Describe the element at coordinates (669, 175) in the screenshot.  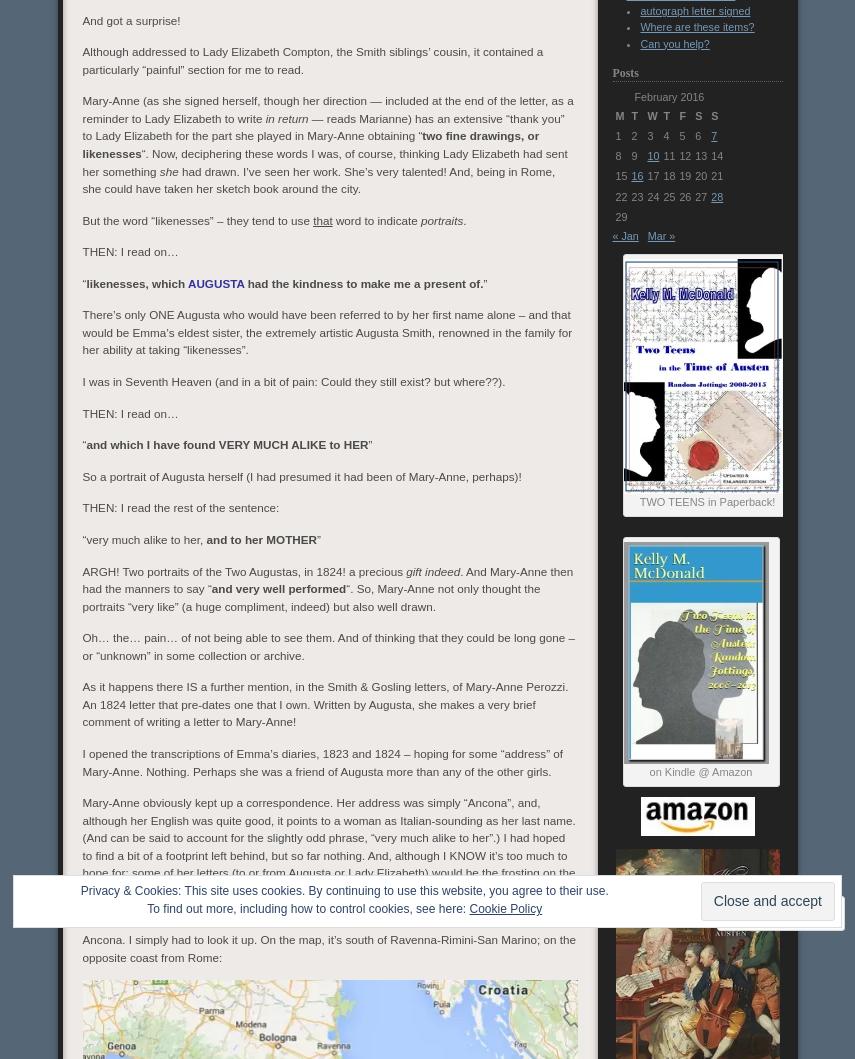
I see `'18'` at that location.